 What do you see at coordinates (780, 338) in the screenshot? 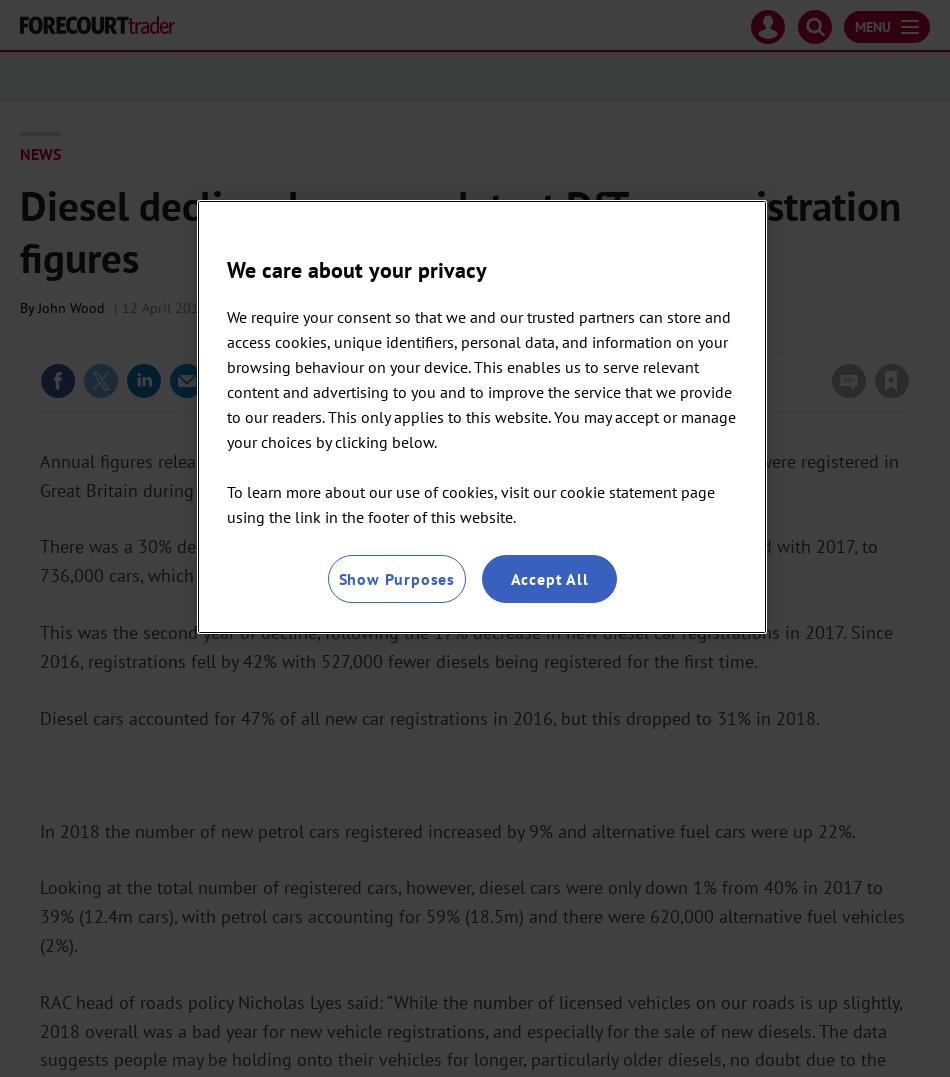
I see `'to your account to use this feature'` at bounding box center [780, 338].